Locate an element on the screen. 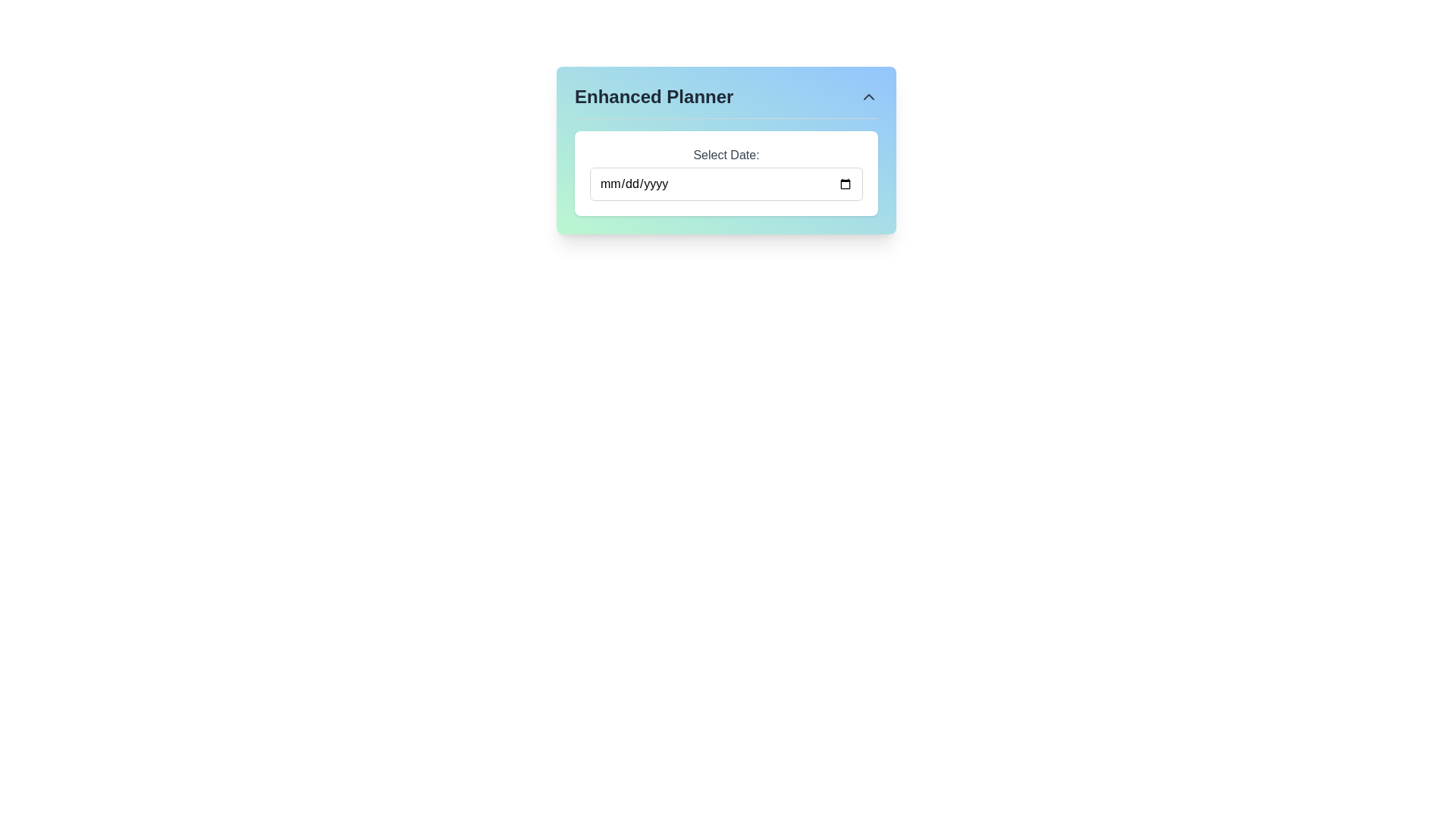 The width and height of the screenshot is (1456, 819). the button or icon located directly to the right of 'Enhanced Planner' in the header section is located at coordinates (869, 96).